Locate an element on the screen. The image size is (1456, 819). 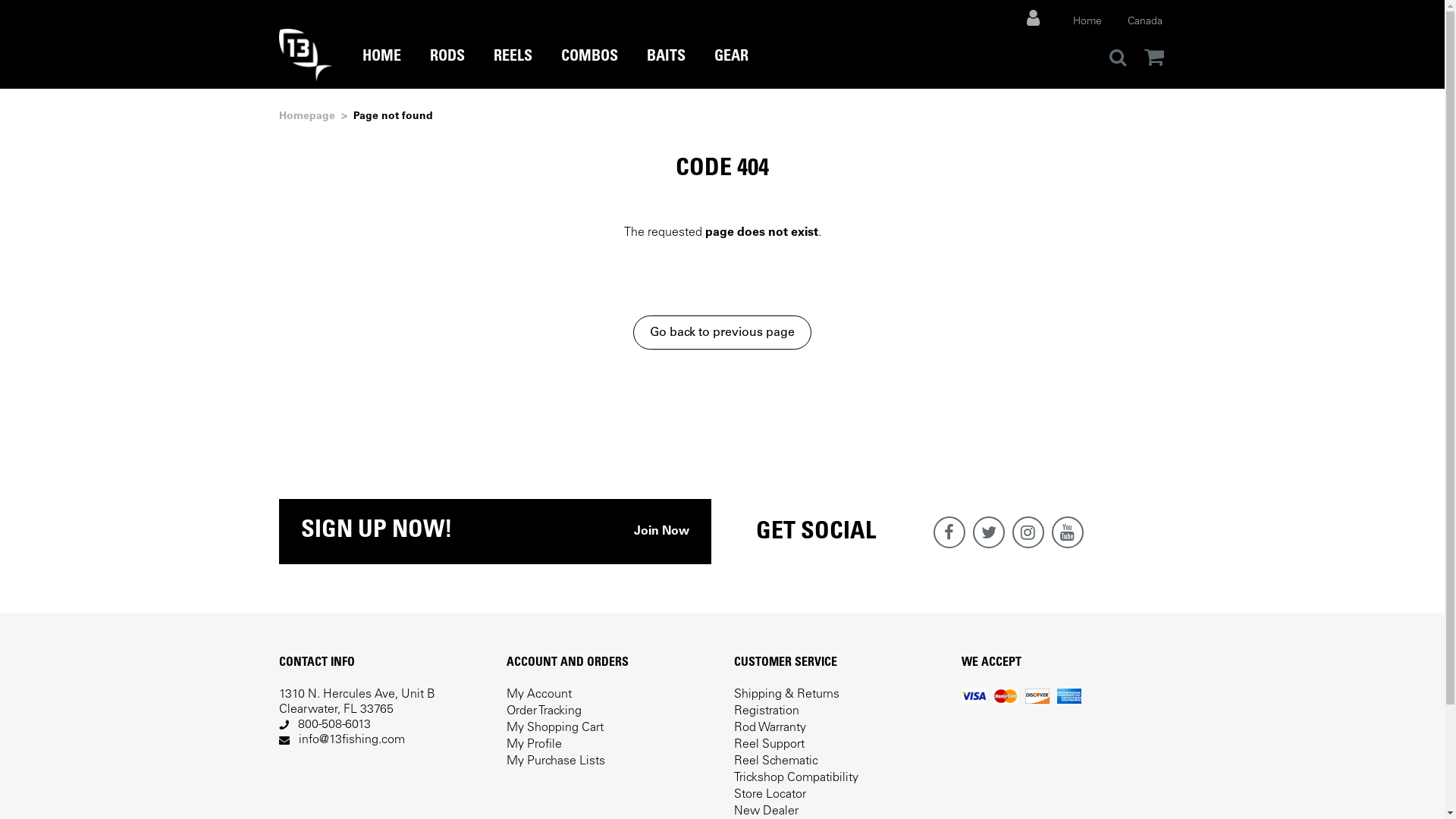
'Join Now' is located at coordinates (633, 531).